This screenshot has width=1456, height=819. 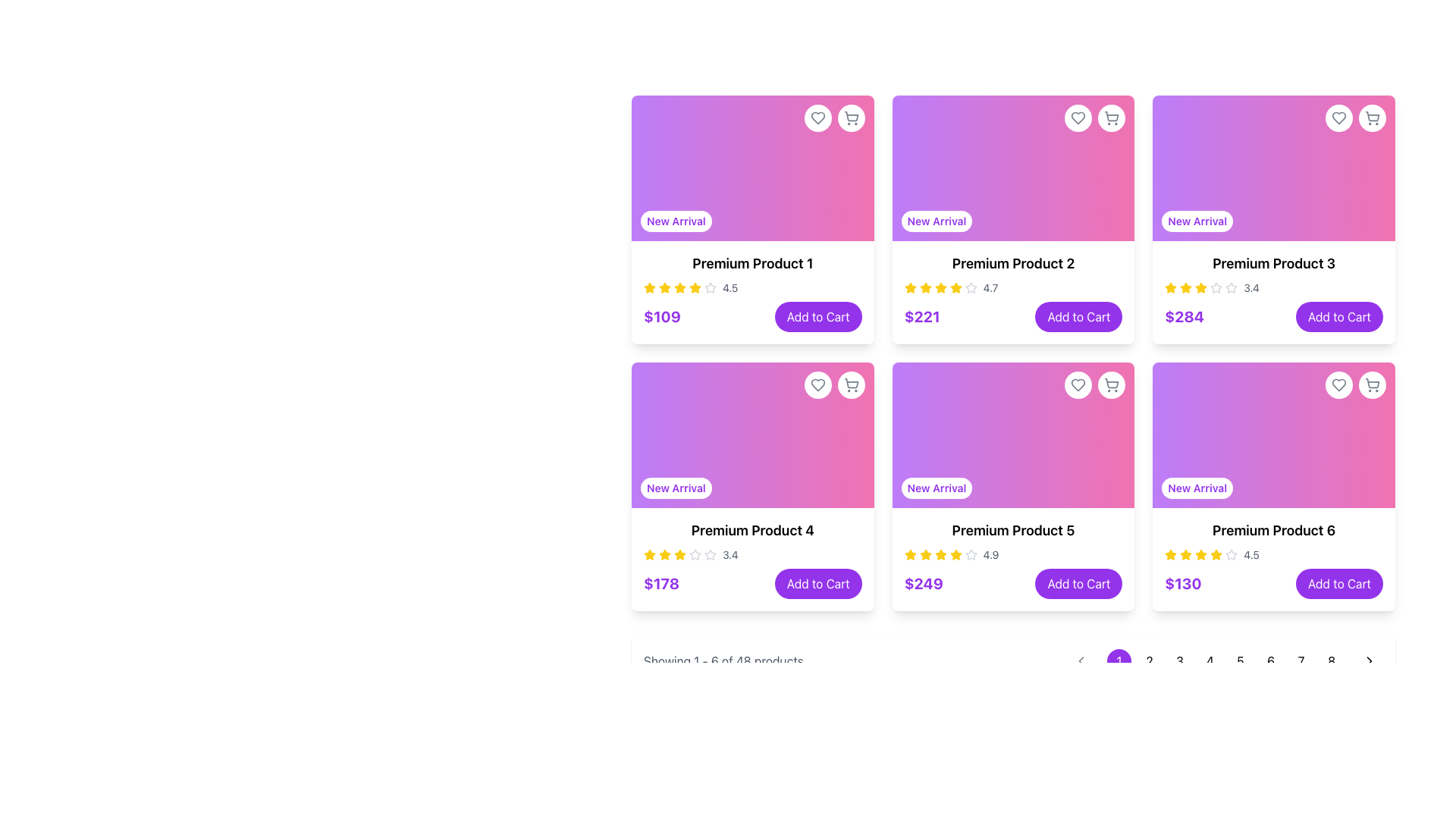 What do you see at coordinates (1078, 384) in the screenshot?
I see `the heart-shaped icon with a gray outline located at the top-right corner of the 'Premium Product 5' card to favorite or like the product` at bounding box center [1078, 384].